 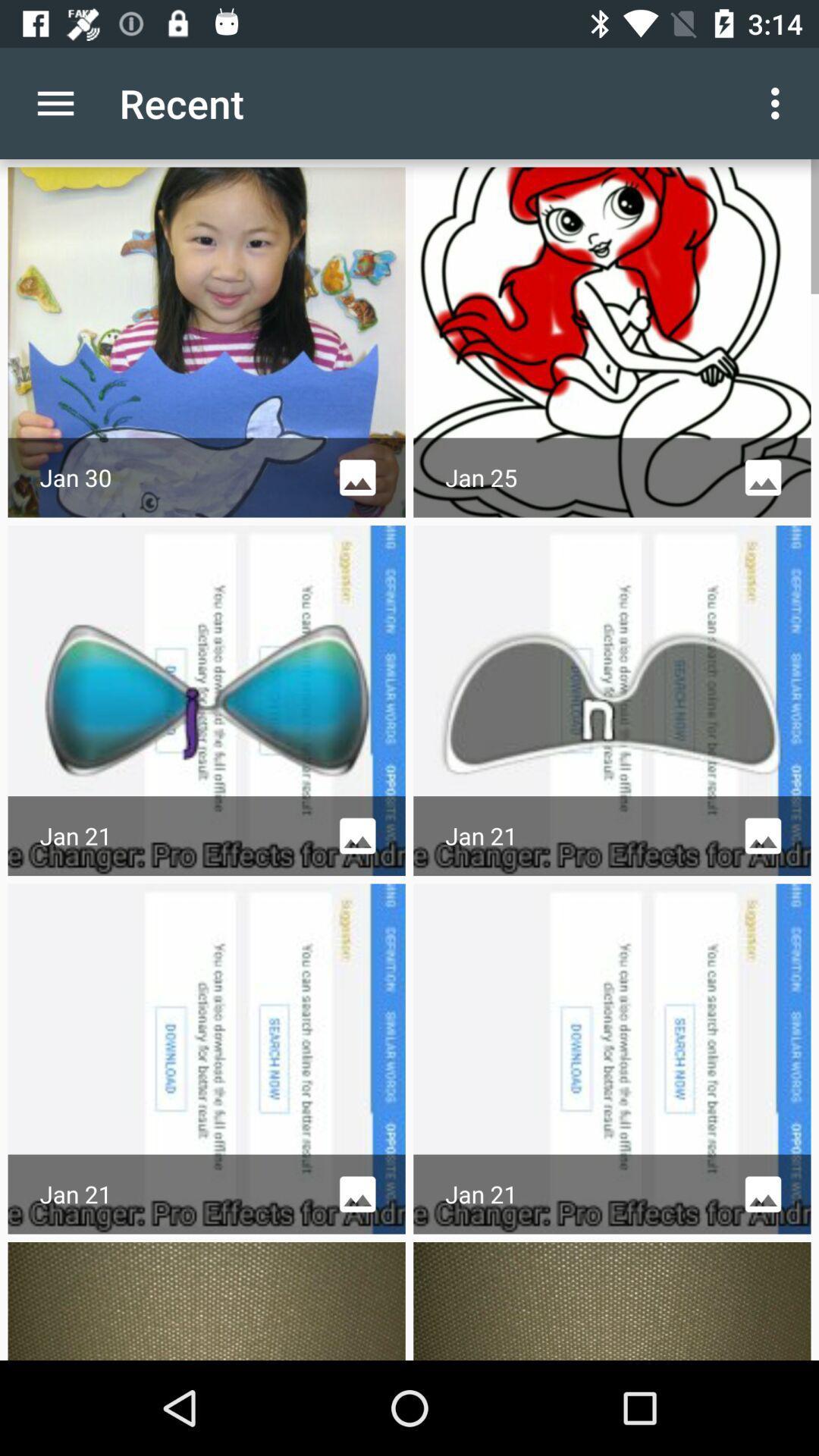 What do you see at coordinates (55, 102) in the screenshot?
I see `app to the left of the recent` at bounding box center [55, 102].